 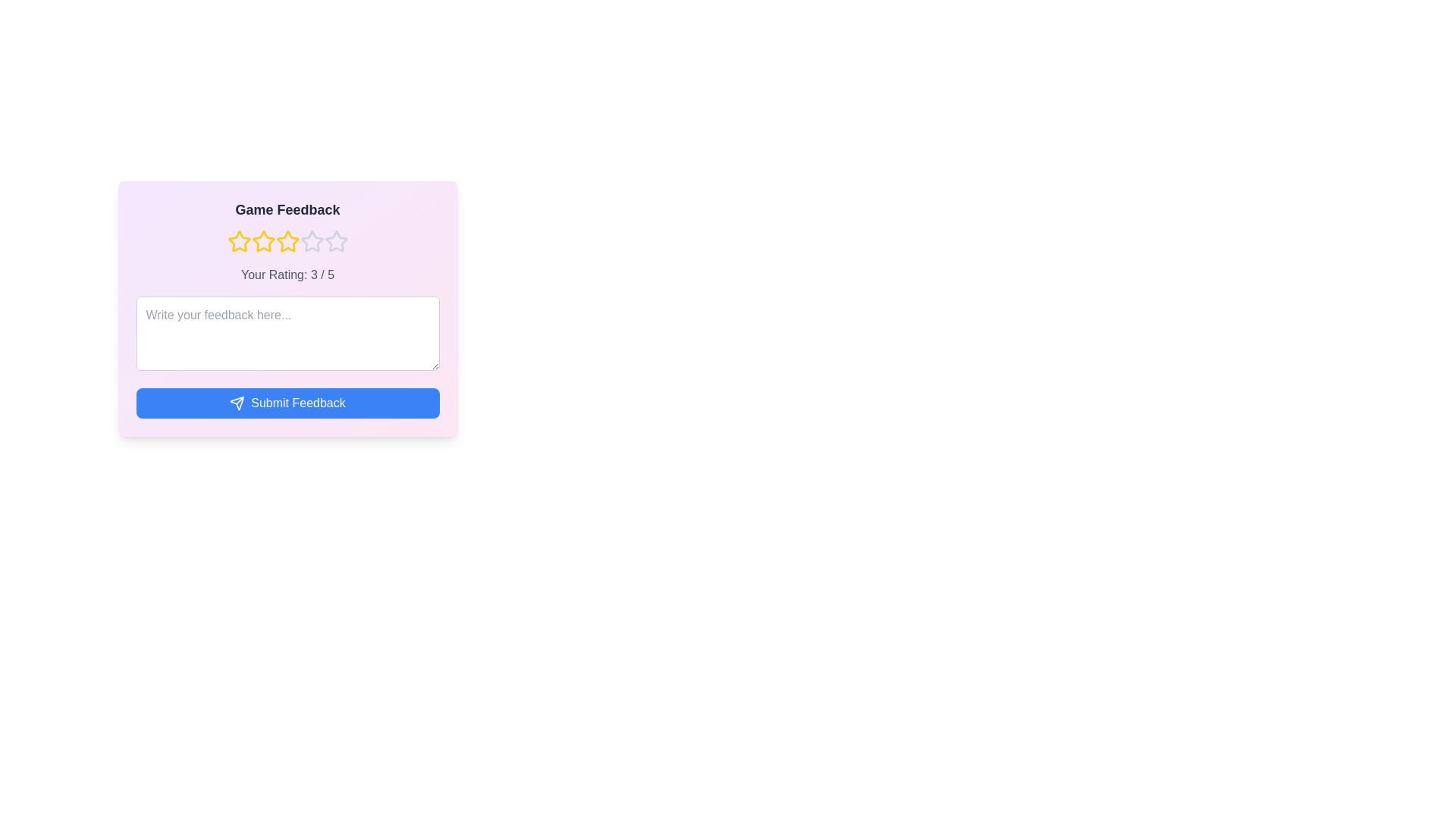 What do you see at coordinates (287, 403) in the screenshot?
I see `the 'Submit Feedback' button` at bounding box center [287, 403].